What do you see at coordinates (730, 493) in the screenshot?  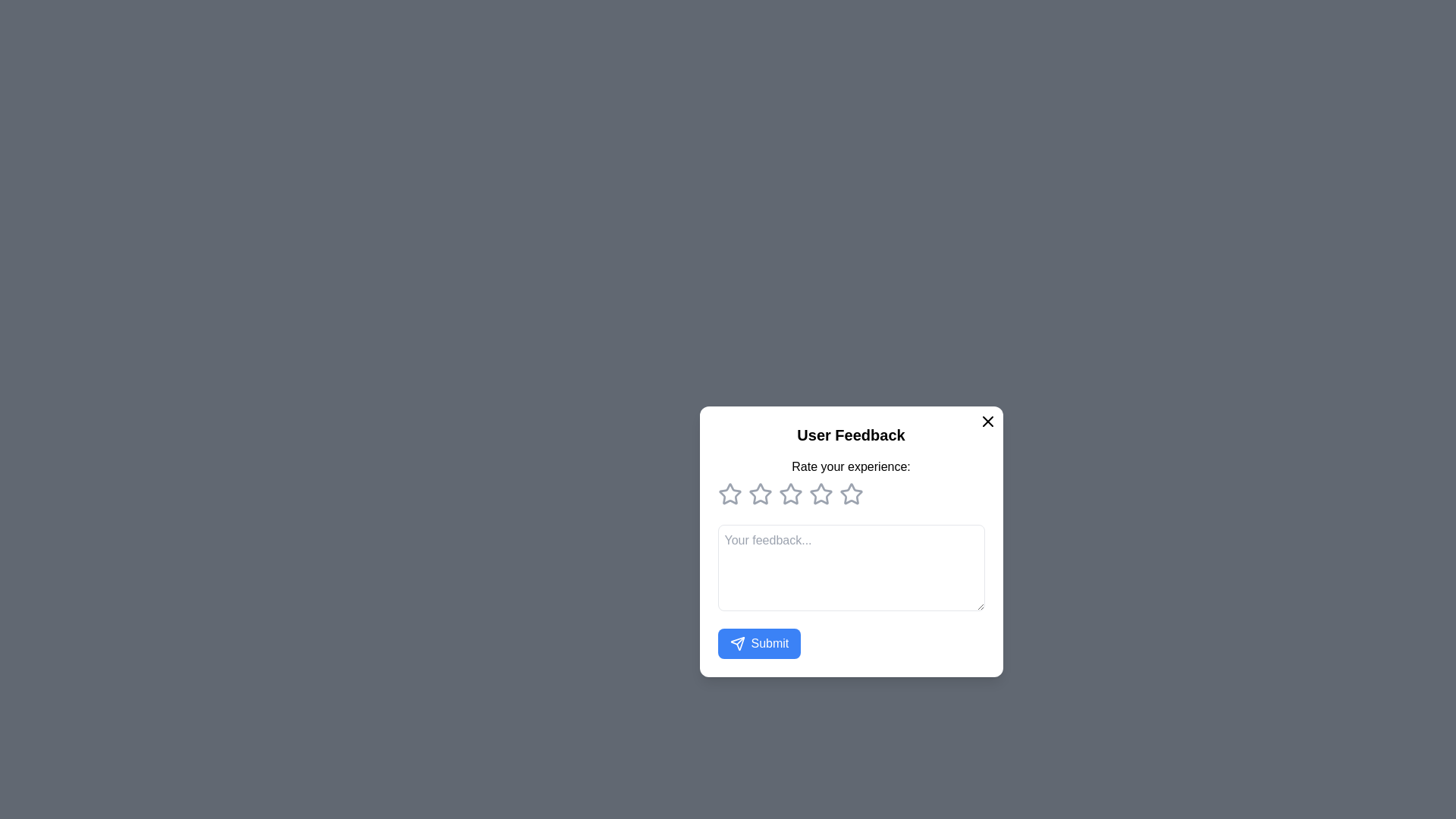 I see `the first star-shaped rating icon outlined in grey with a hollow center in the 'Rate your experience' section of the 'User Feedback' modal box` at bounding box center [730, 493].